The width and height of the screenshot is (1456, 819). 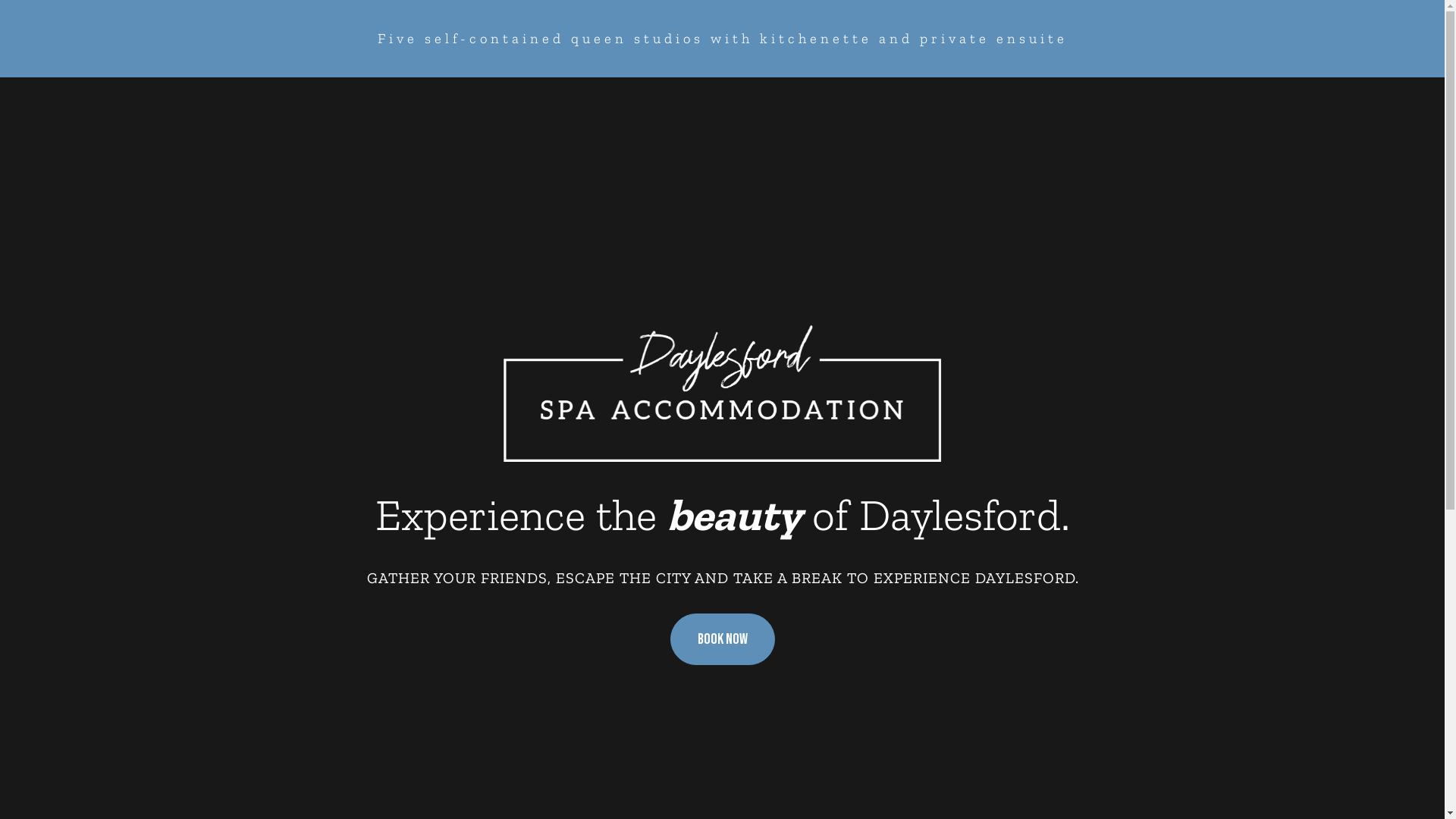 What do you see at coordinates (722, 640) in the screenshot?
I see `'BOOK NOW'` at bounding box center [722, 640].